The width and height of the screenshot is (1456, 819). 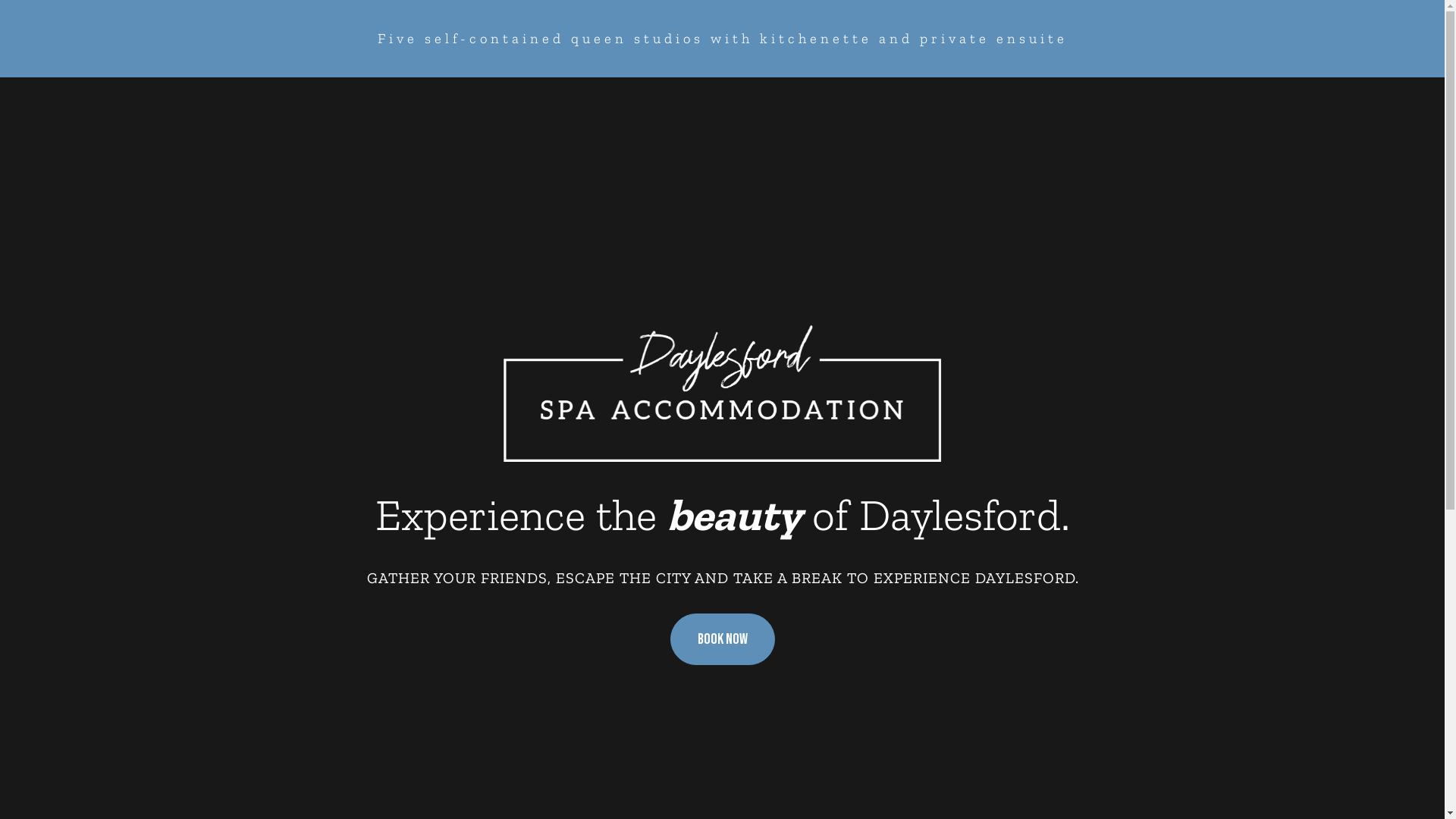 What do you see at coordinates (722, 640) in the screenshot?
I see `'BOOK NOW'` at bounding box center [722, 640].